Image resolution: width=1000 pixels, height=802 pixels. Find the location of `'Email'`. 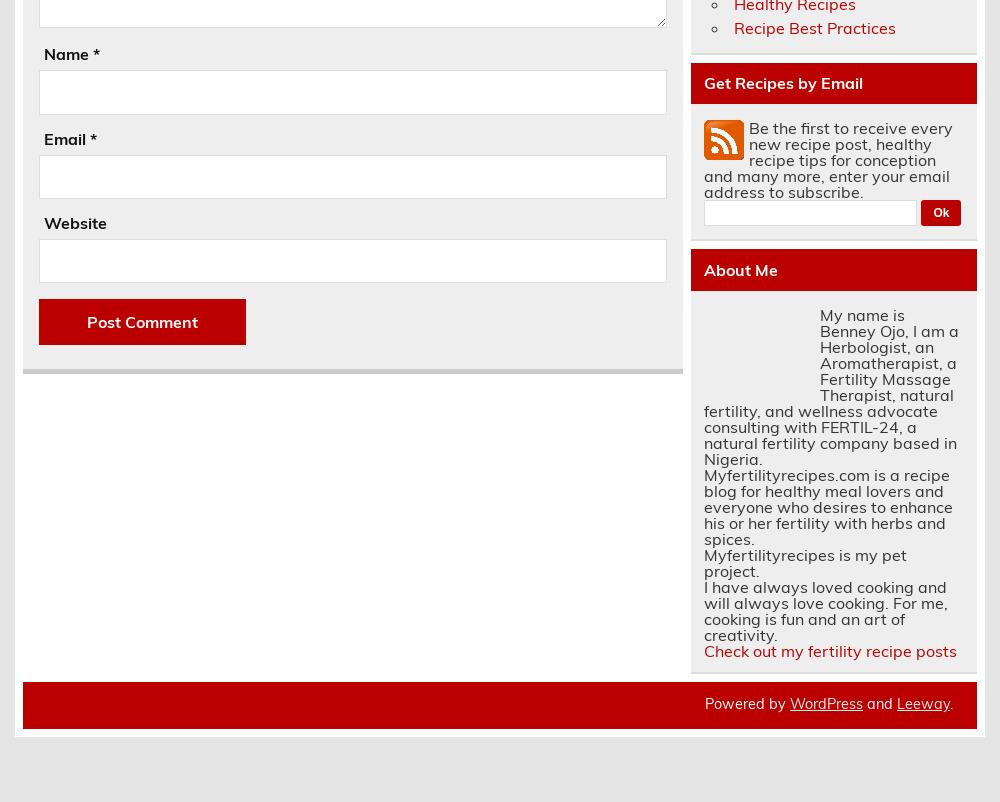

'Email' is located at coordinates (65, 137).